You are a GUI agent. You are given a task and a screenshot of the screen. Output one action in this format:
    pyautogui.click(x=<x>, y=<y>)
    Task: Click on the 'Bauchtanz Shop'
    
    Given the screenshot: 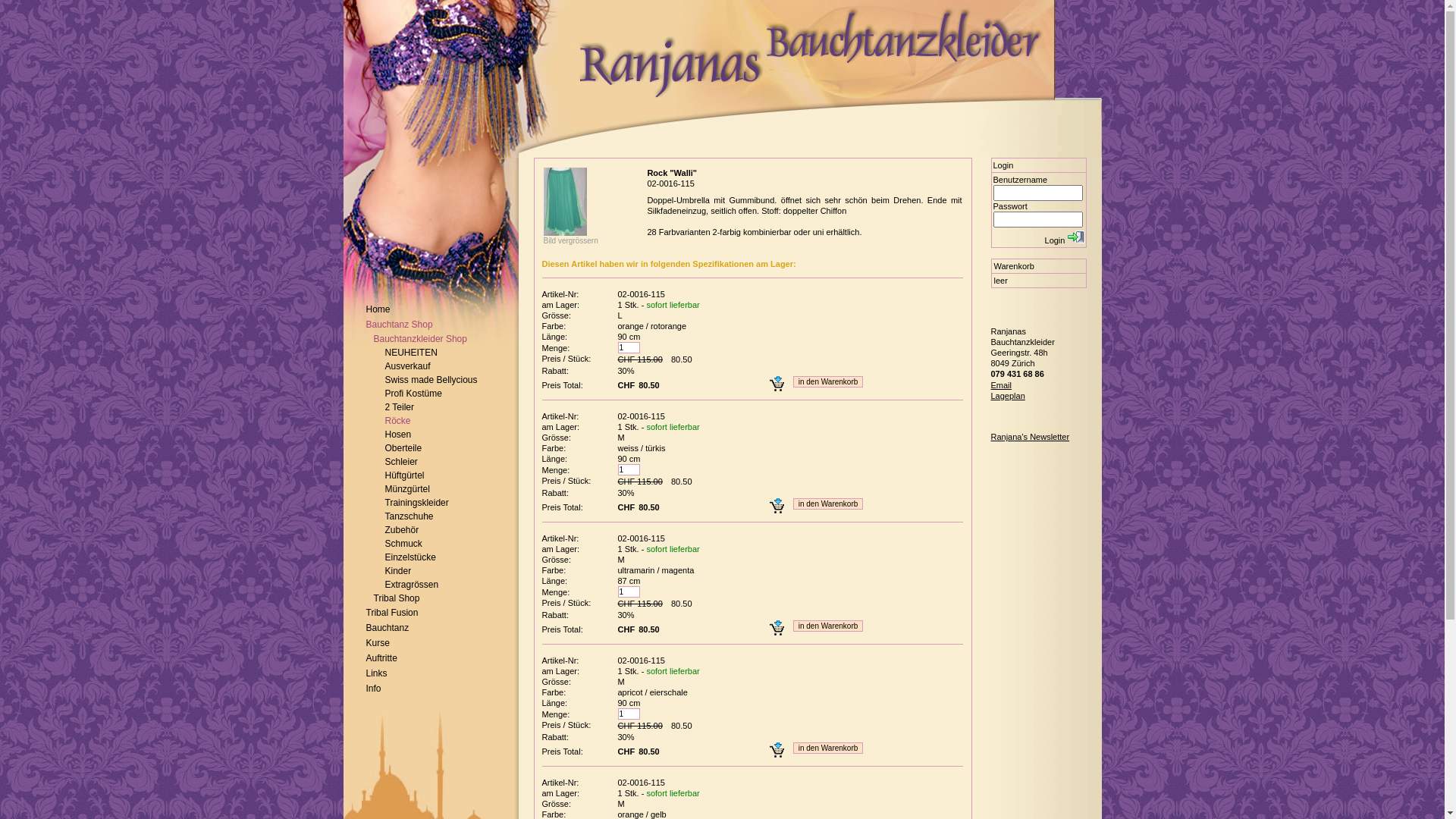 What is the action you would take?
    pyautogui.click(x=399, y=324)
    